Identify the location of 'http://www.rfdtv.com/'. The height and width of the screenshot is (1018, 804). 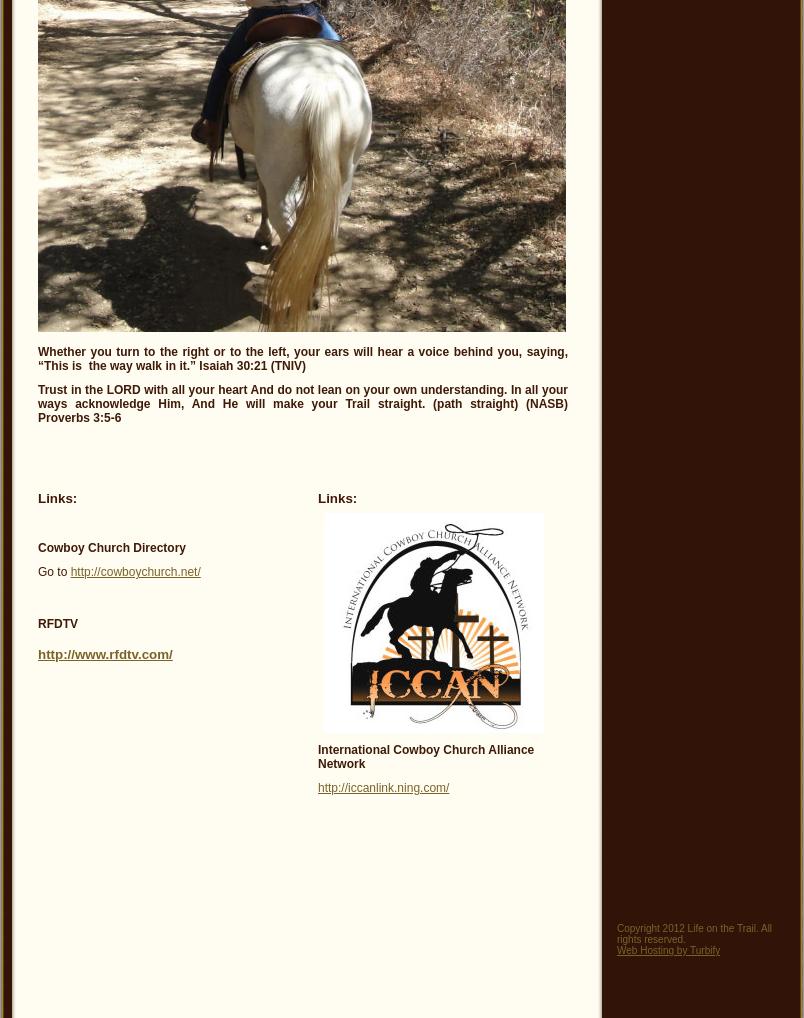
(38, 653).